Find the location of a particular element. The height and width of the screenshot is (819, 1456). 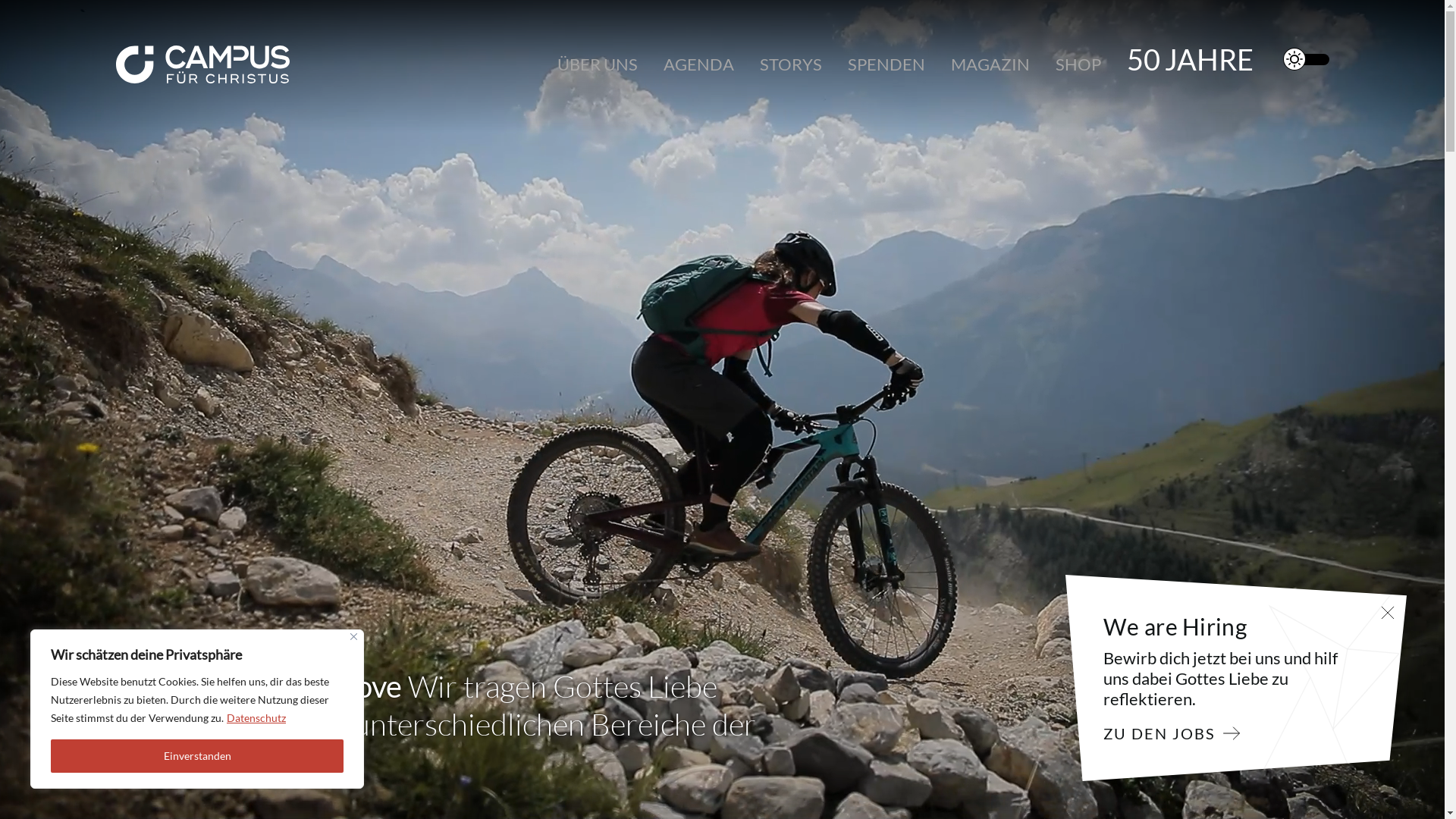

'49 is located at coordinates (1189, 58).